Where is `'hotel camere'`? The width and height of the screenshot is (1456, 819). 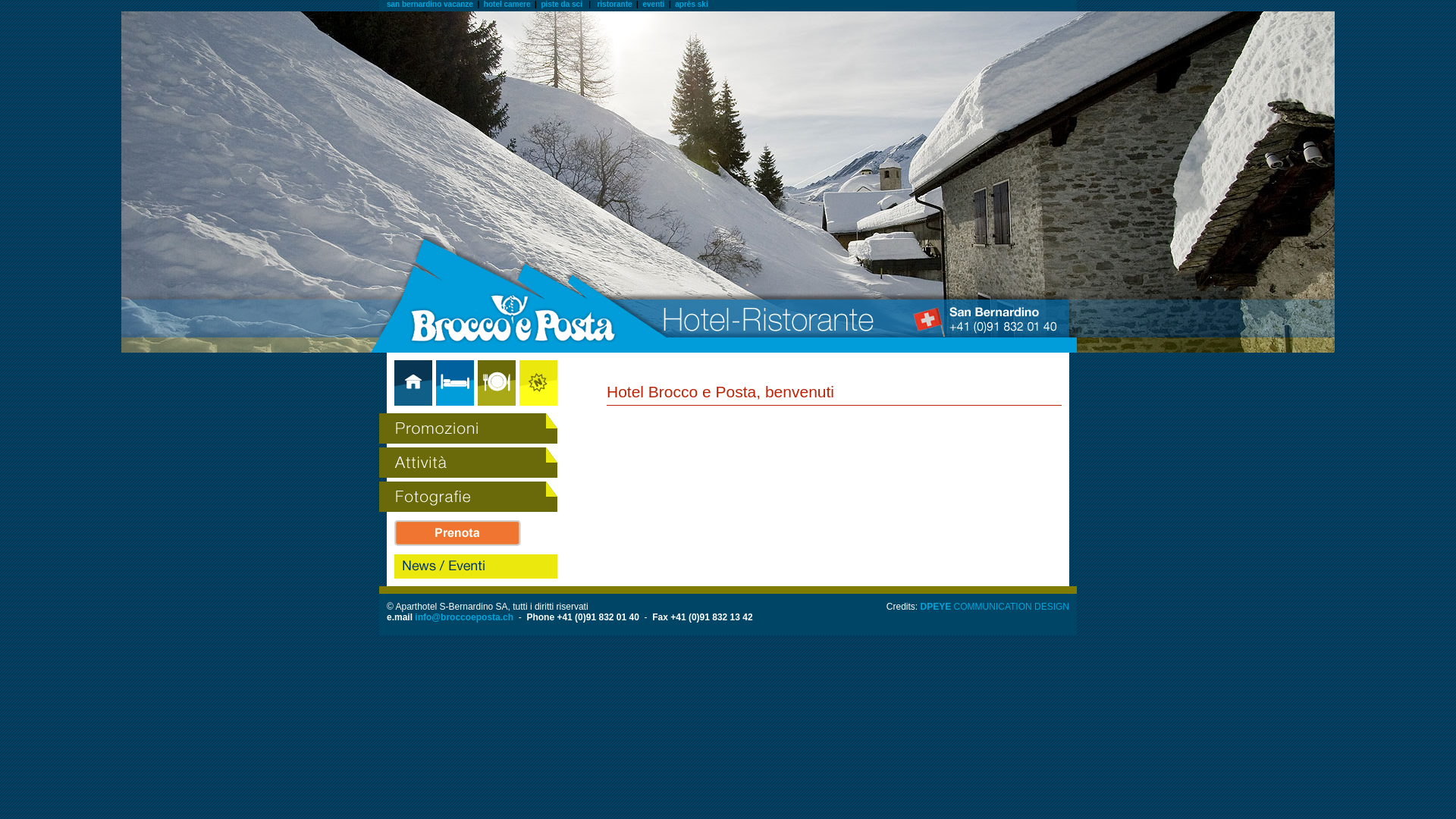
'hotel camere' is located at coordinates (507, 4).